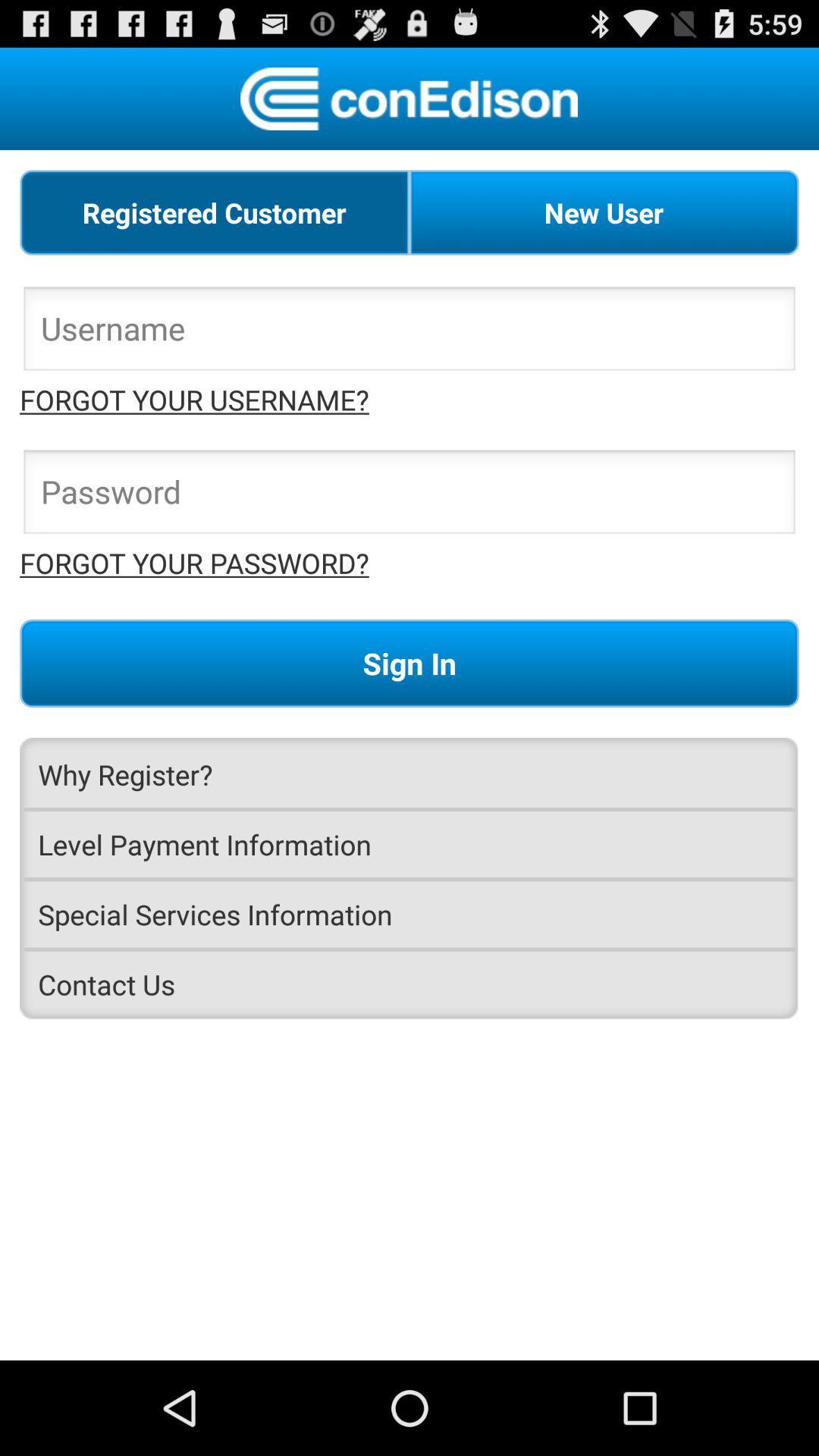 The height and width of the screenshot is (1456, 819). I want to click on the radio button next to the registered customer item, so click(603, 212).